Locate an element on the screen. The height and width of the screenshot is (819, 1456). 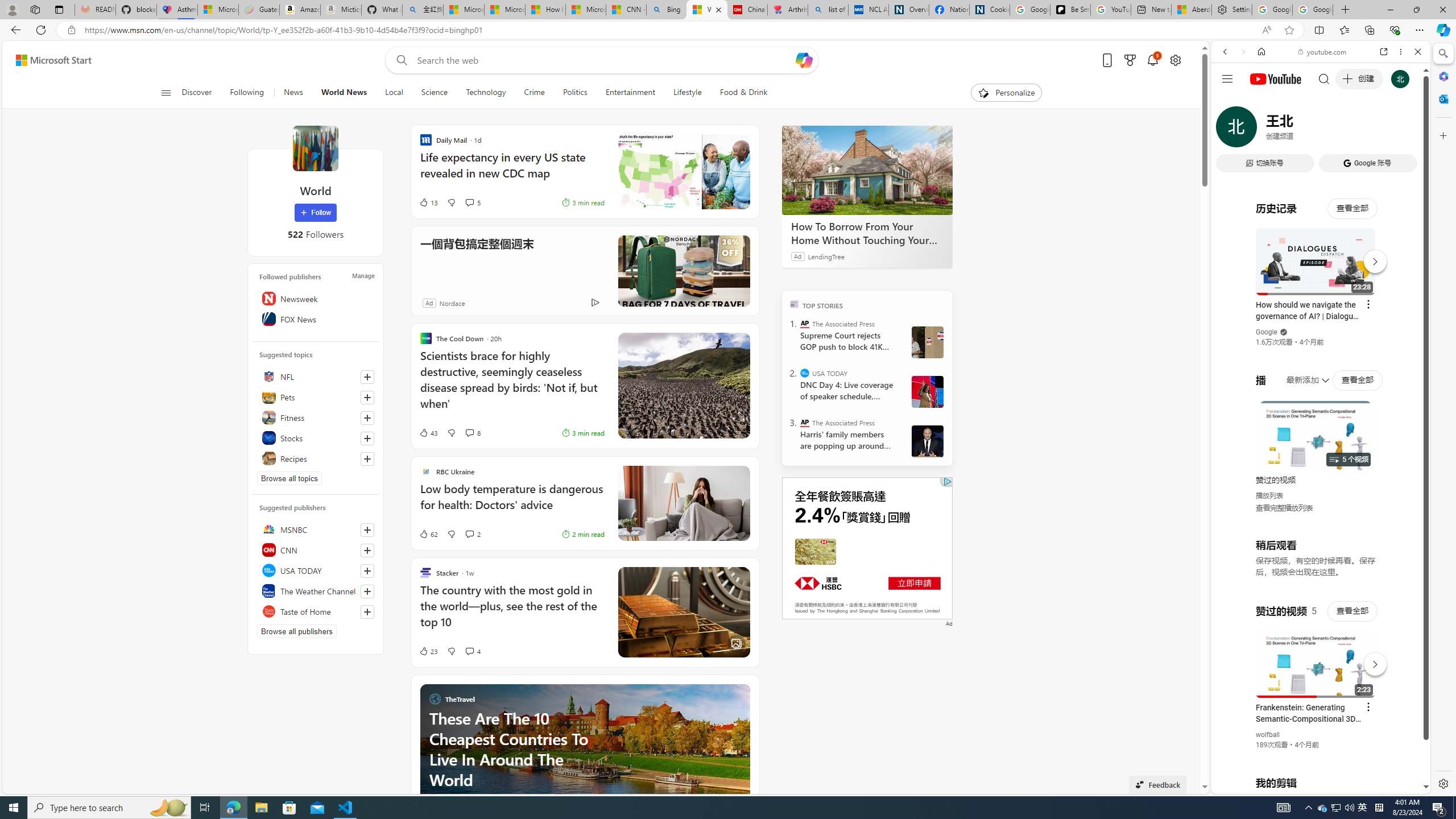
'#you' is located at coordinates (1316, 659).